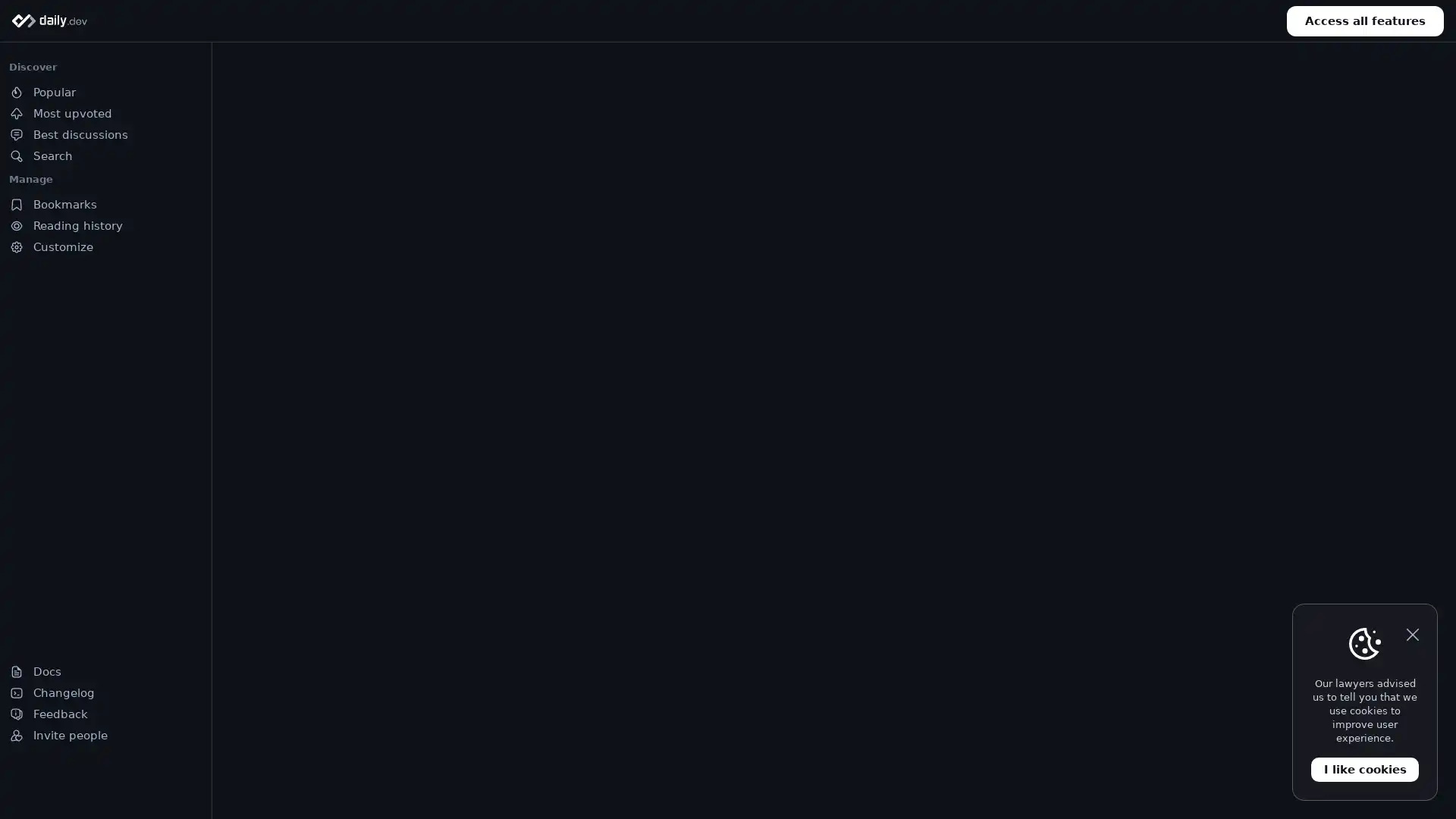  What do you see at coordinates (1062, 491) in the screenshot?
I see `Options` at bounding box center [1062, 491].